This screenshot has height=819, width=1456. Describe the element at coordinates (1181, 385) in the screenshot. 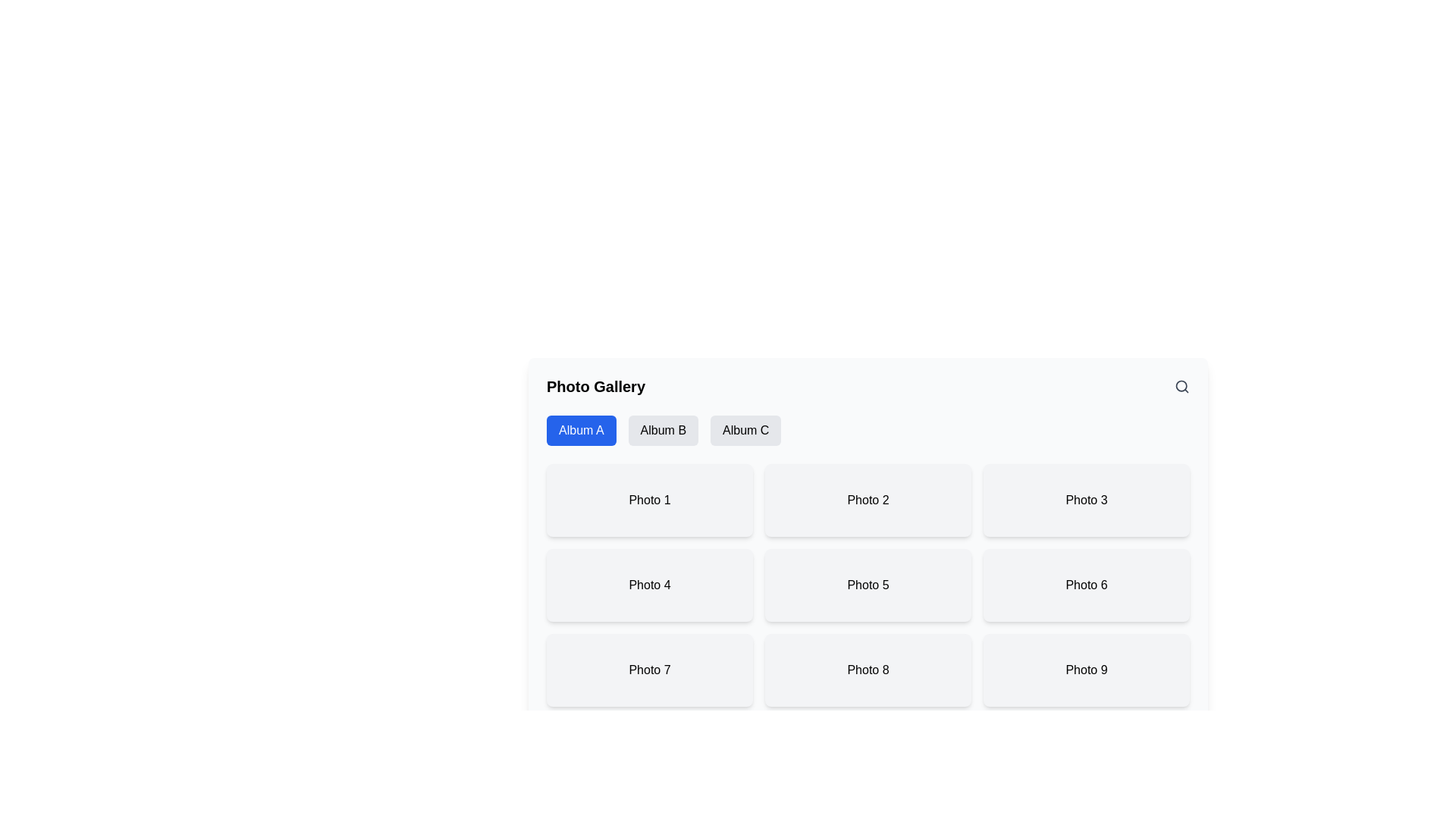

I see `the smaller circular component within the search icon located at the top-right corner of the interface` at that location.